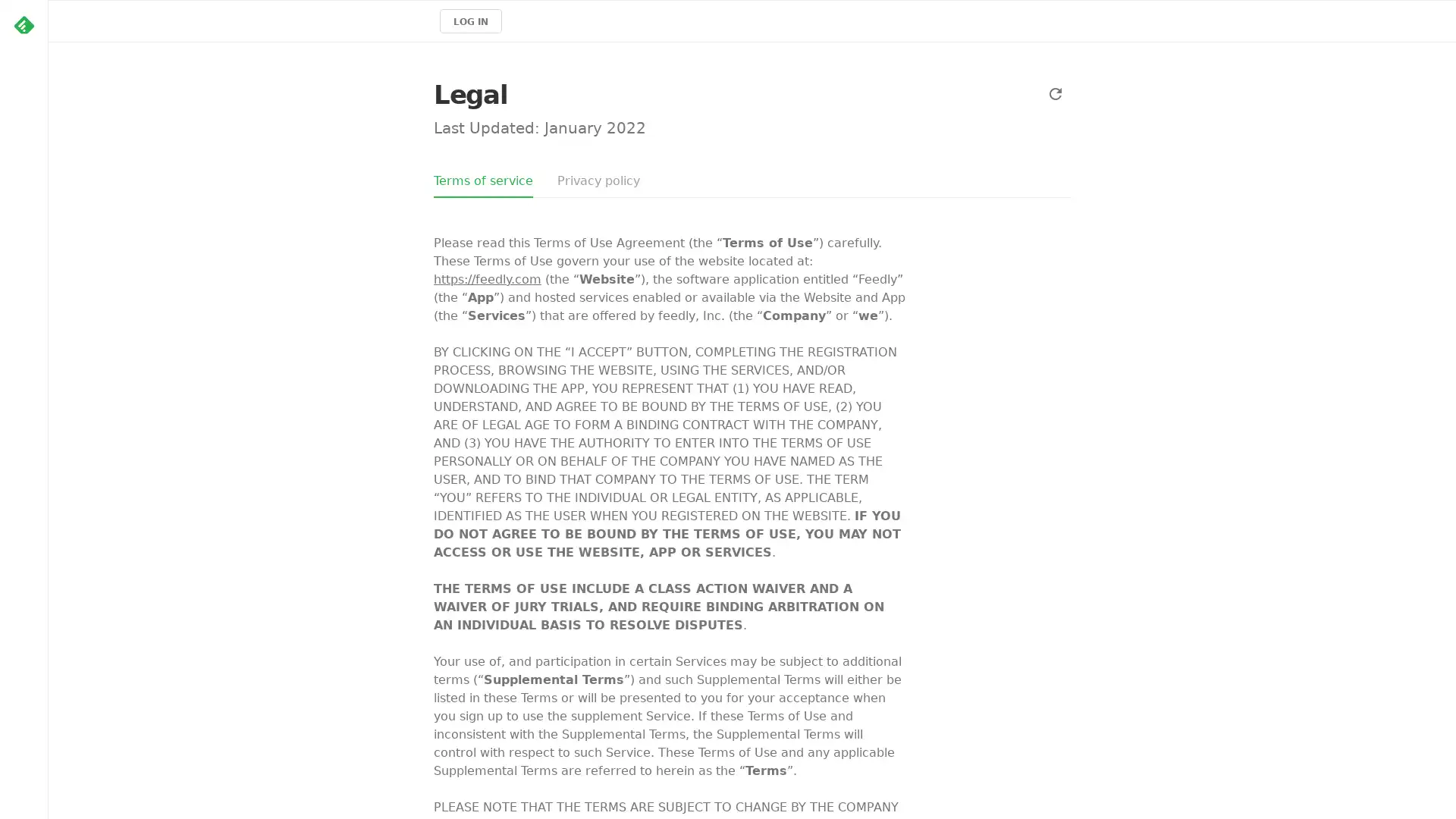 This screenshot has width=1456, height=819. I want to click on Home, so click(23, 25).